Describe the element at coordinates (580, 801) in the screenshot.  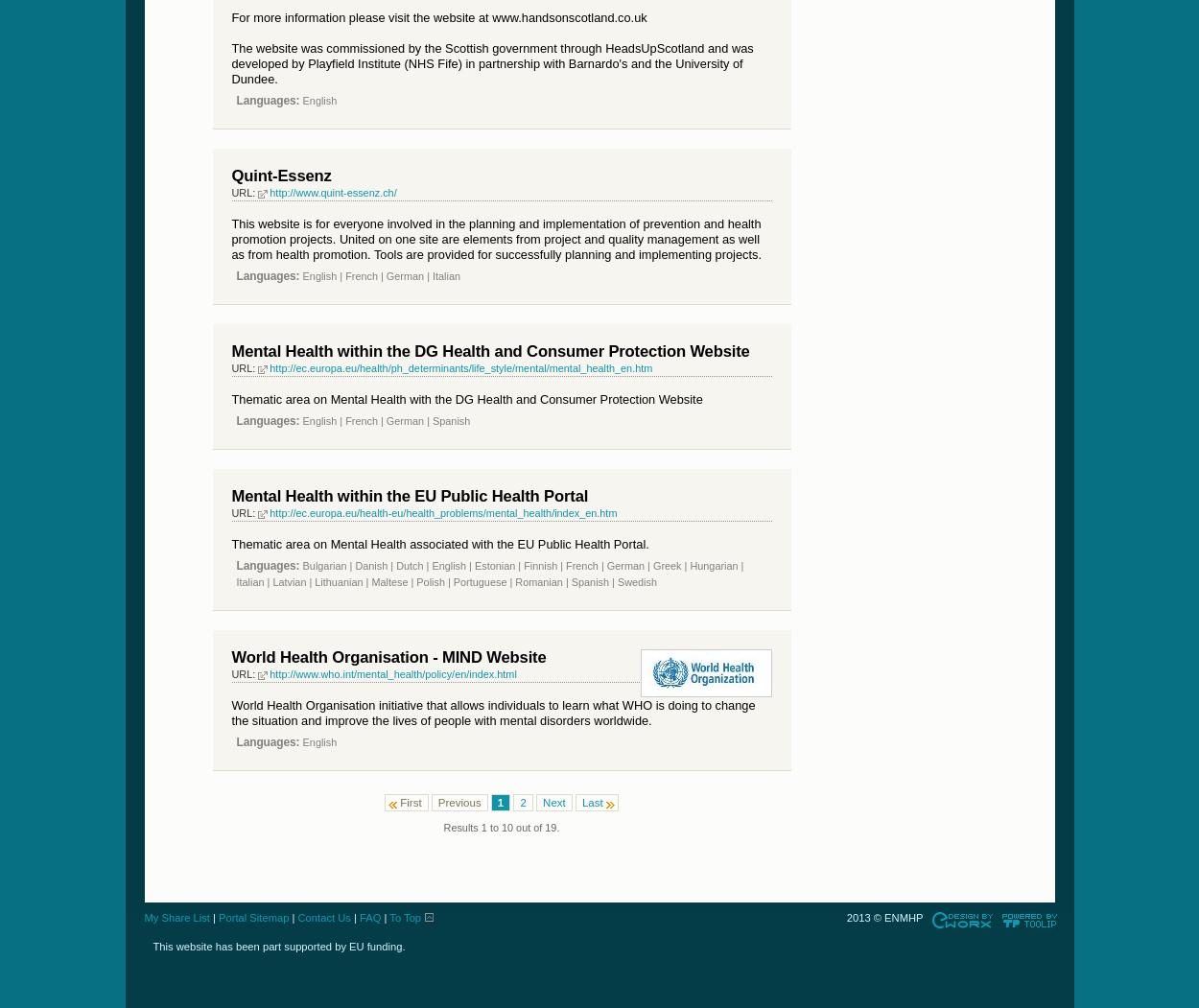
I see `'Last'` at that location.